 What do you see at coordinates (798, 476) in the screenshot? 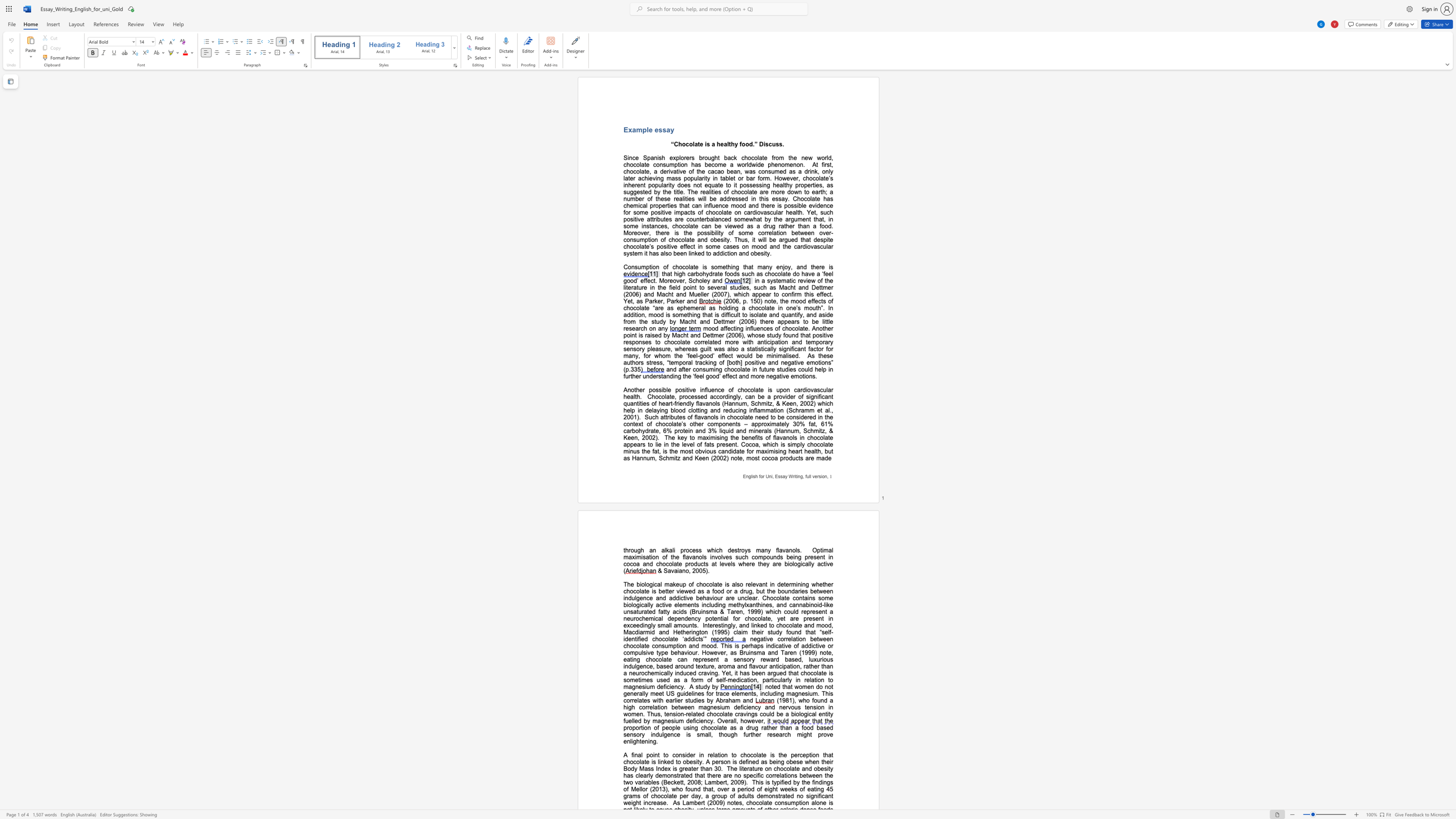
I see `the subset text "ng, full versi" within the text "English for Uni, Essay Writing, full version,"` at bounding box center [798, 476].